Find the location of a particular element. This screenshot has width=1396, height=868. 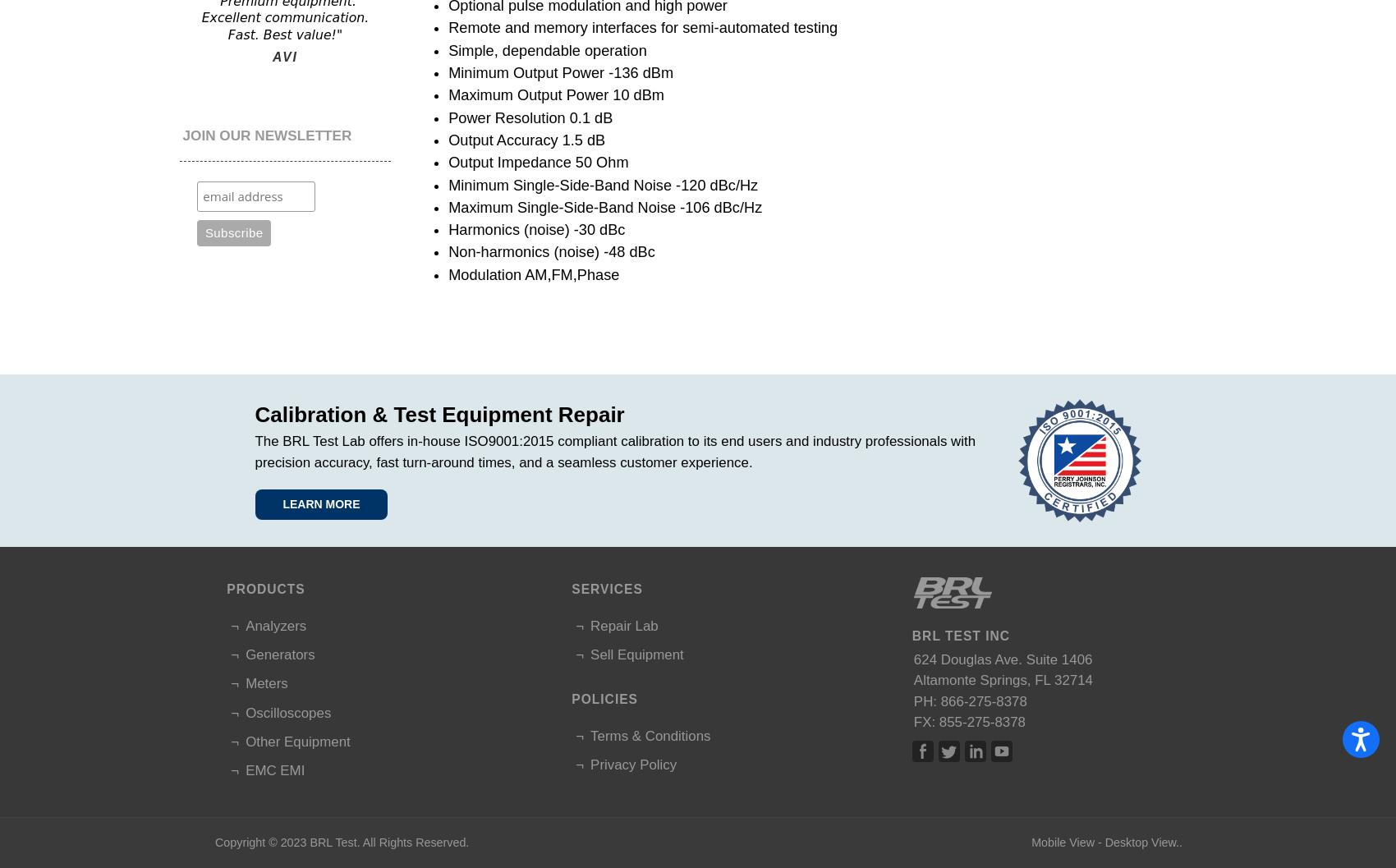

'Output Impedance 50 Ohm' is located at coordinates (448, 162).